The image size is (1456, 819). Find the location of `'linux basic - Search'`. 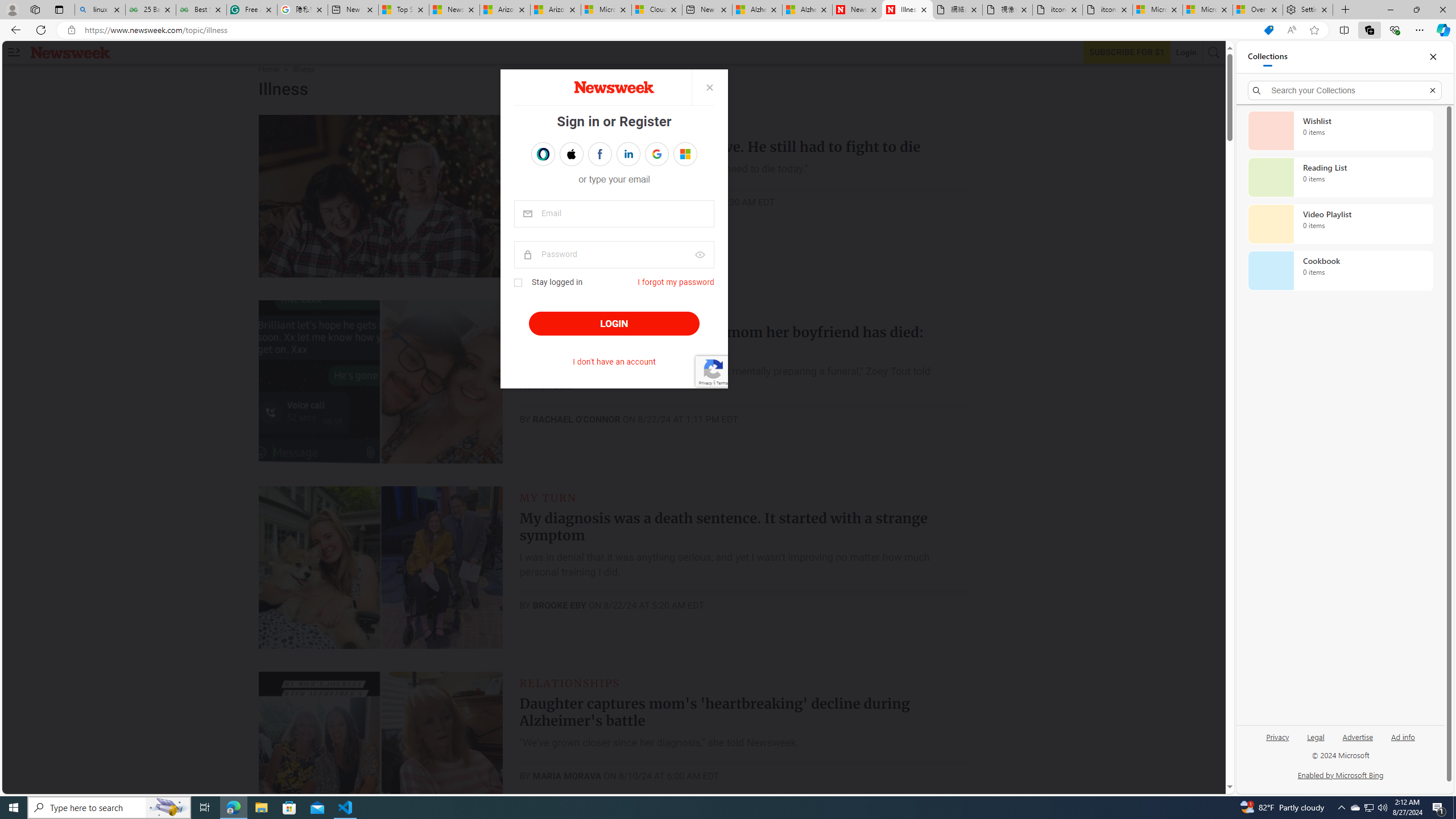

'linux basic - Search' is located at coordinates (100, 9).